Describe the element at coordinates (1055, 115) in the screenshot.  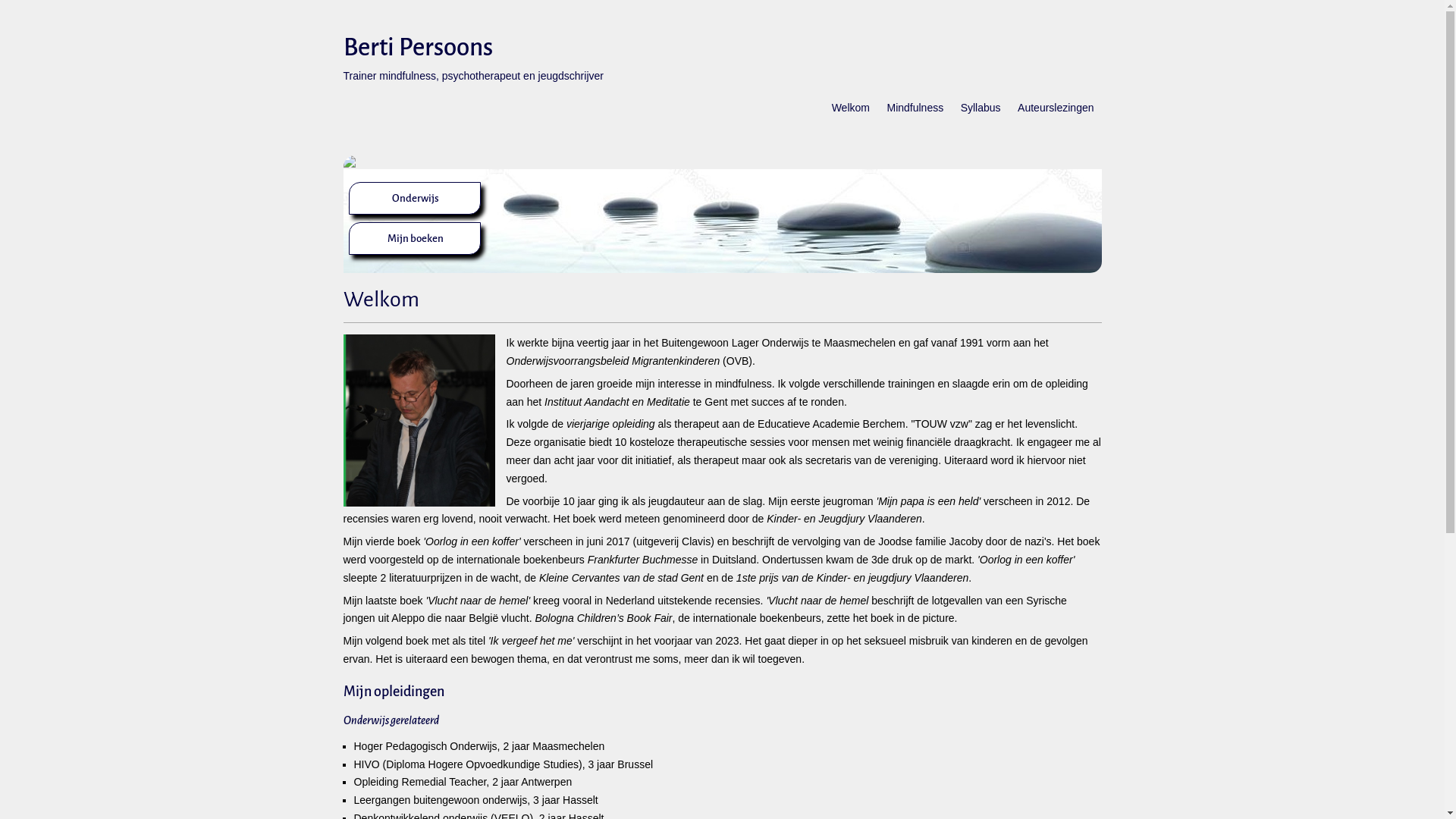
I see `'Auteurslezingen'` at that location.